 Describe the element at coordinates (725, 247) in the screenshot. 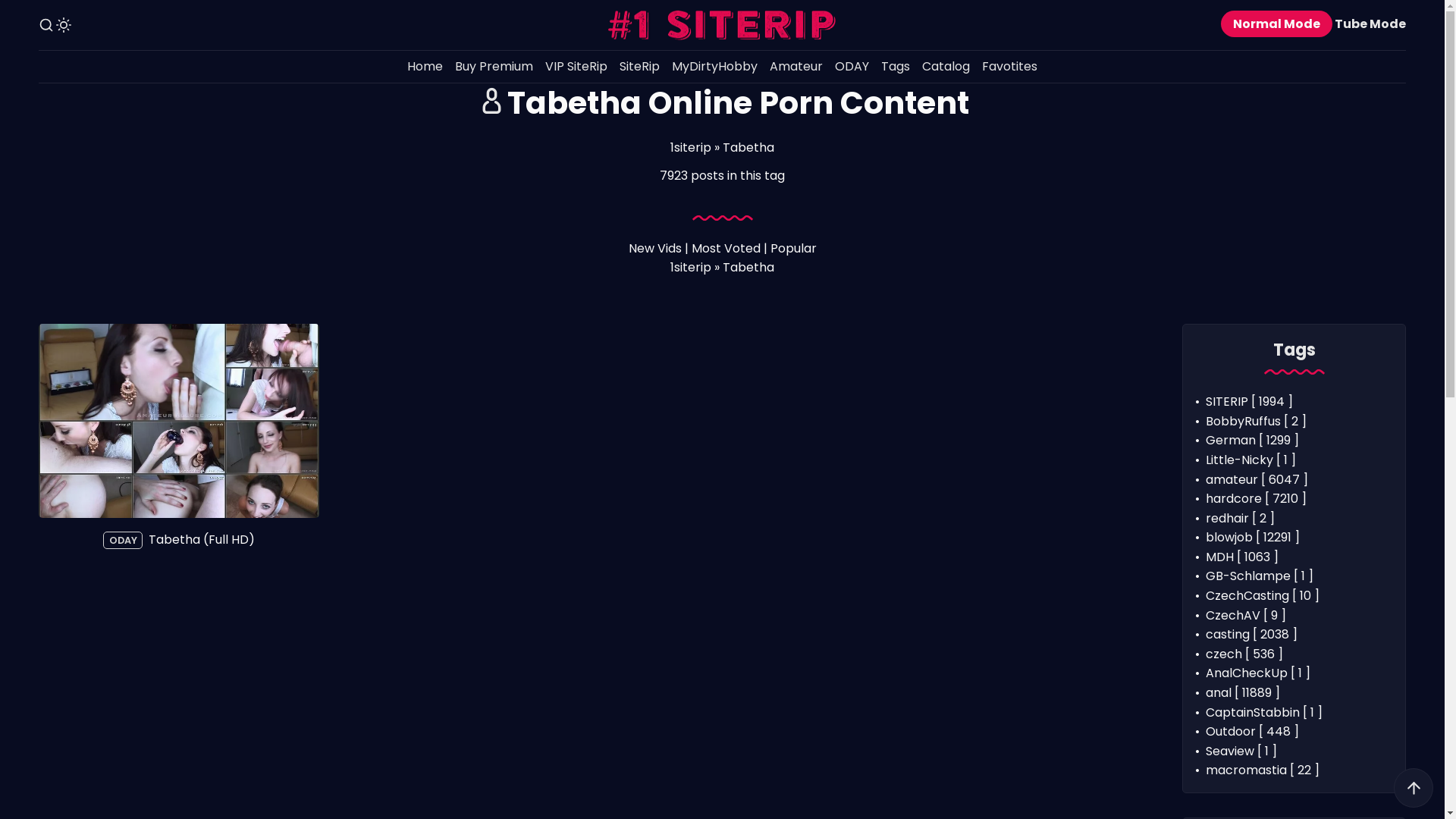

I see `'Most Voted'` at that location.